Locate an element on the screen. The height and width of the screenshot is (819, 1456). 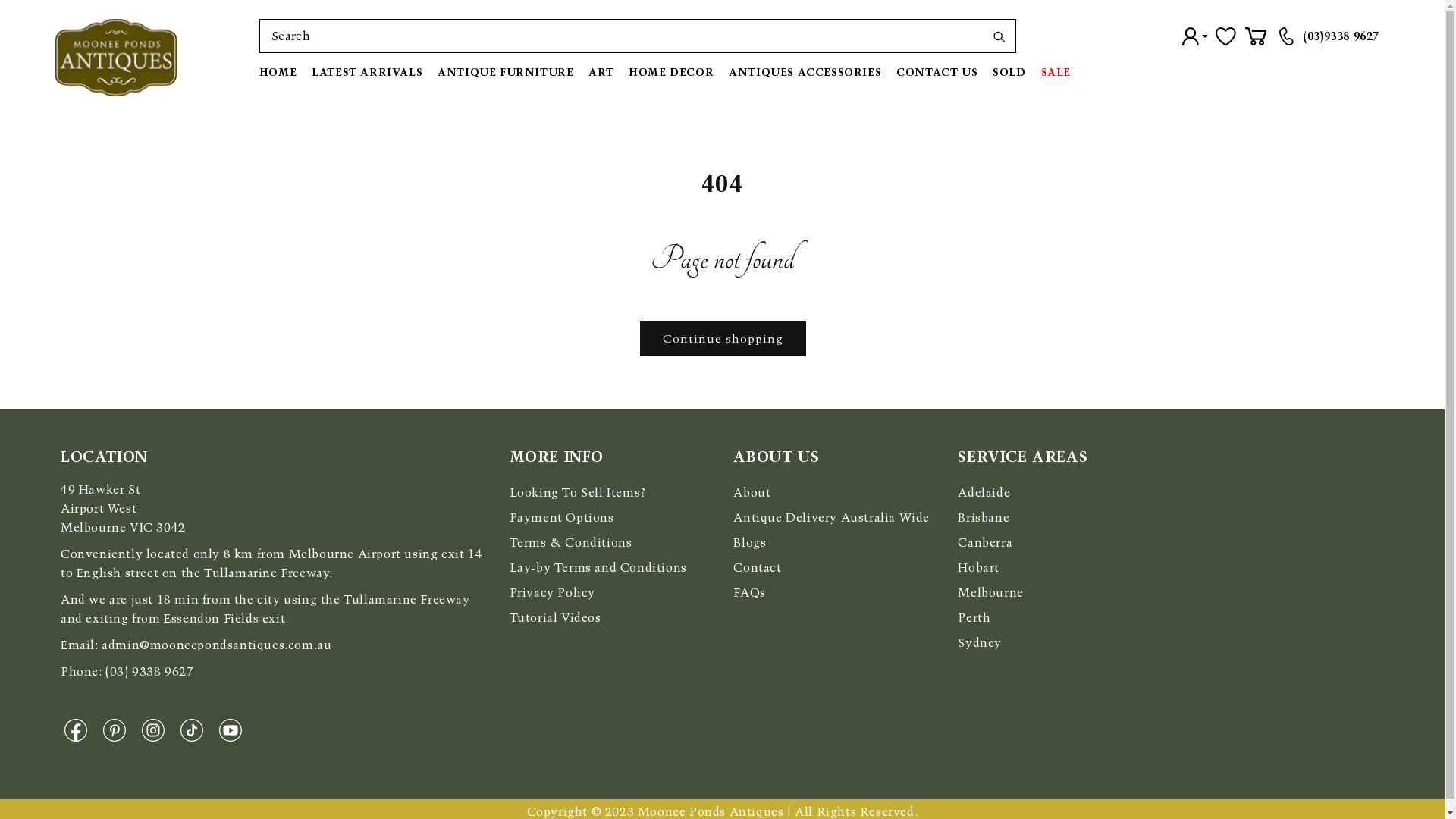
'Adelaide' is located at coordinates (984, 492).